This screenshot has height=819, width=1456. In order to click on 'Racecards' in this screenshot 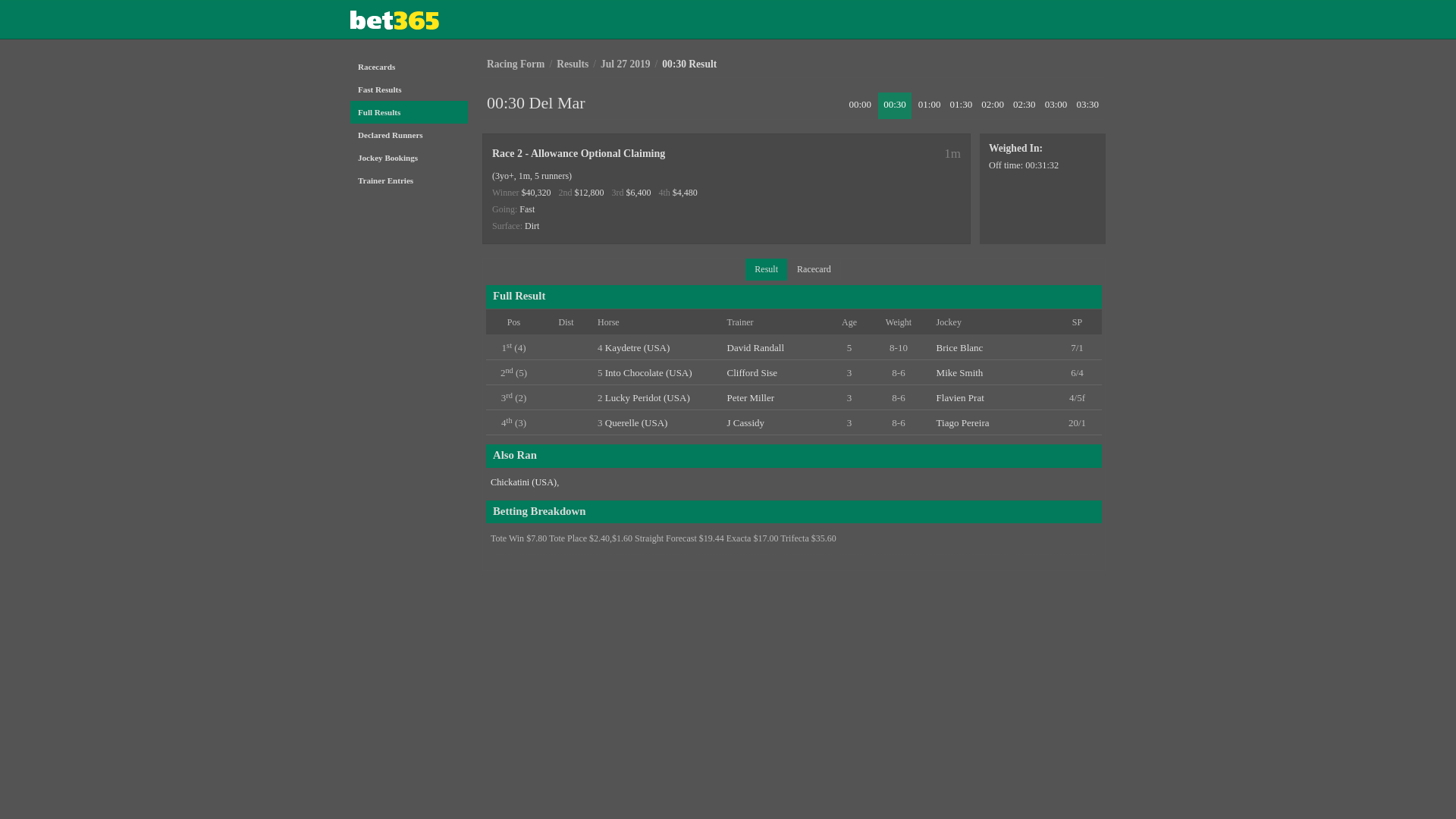, I will do `click(409, 66)`.